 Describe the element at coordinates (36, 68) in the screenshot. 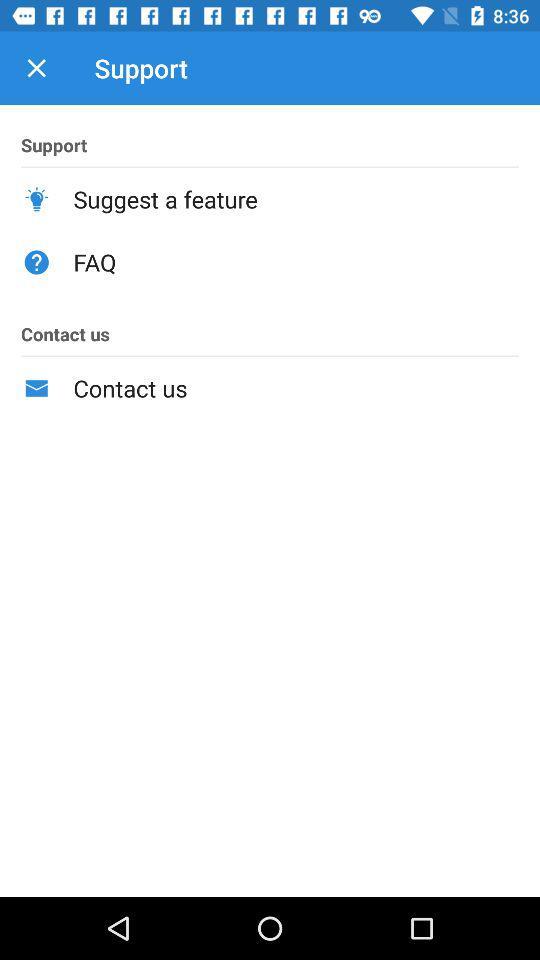

I see `item to the left of support item` at that location.